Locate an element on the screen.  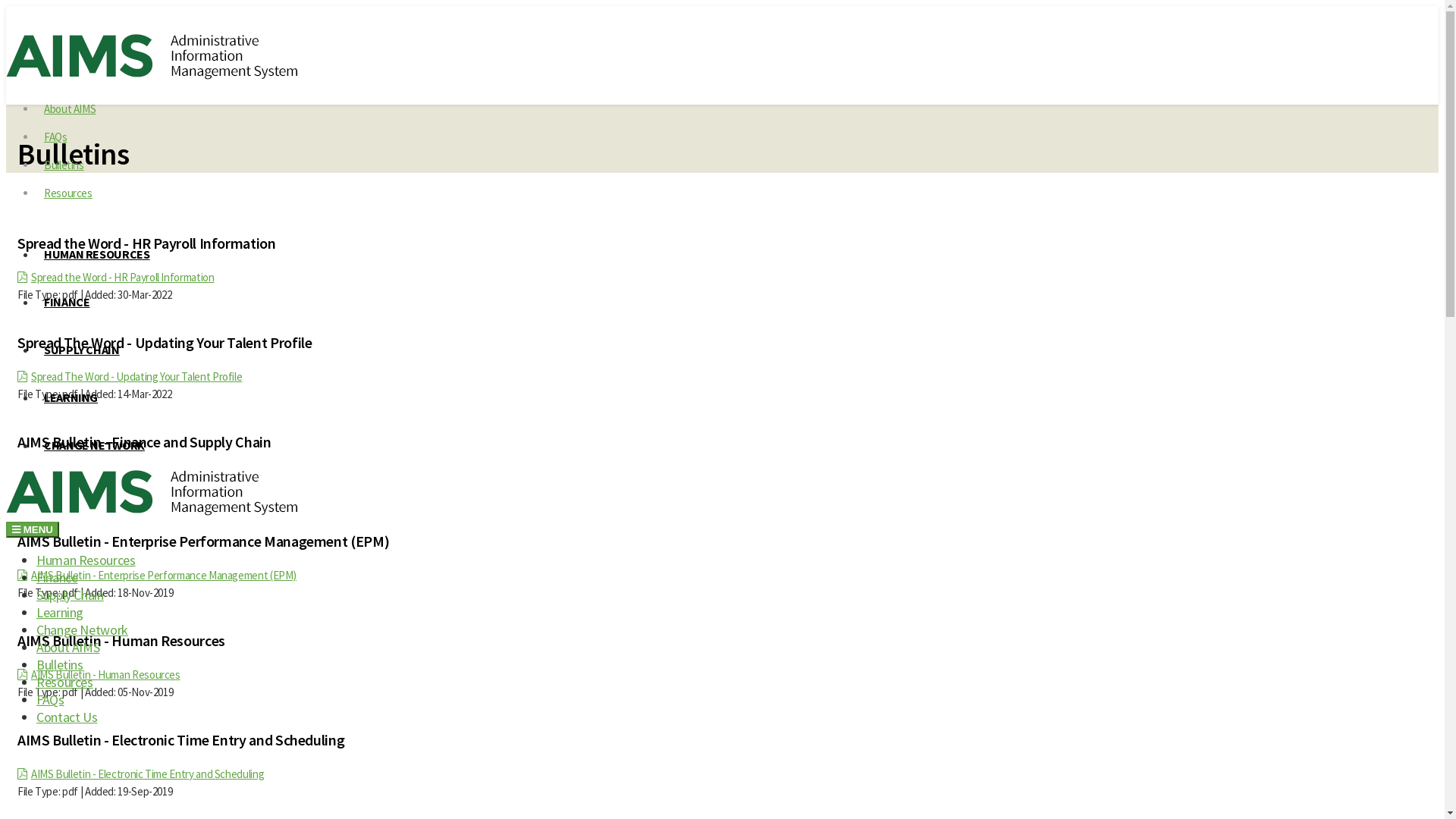
'SUPPLY CHAIN' is located at coordinates (80, 350).